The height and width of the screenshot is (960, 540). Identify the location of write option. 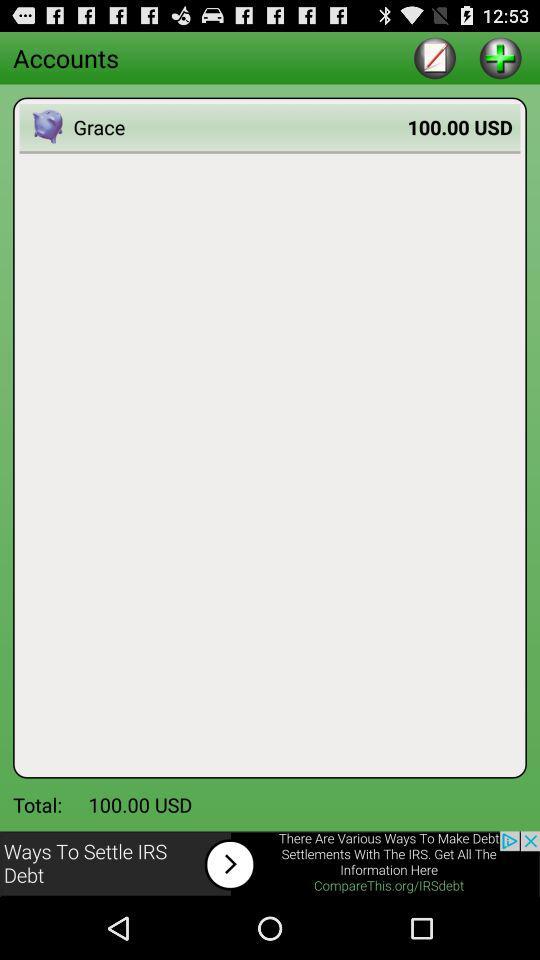
(434, 56).